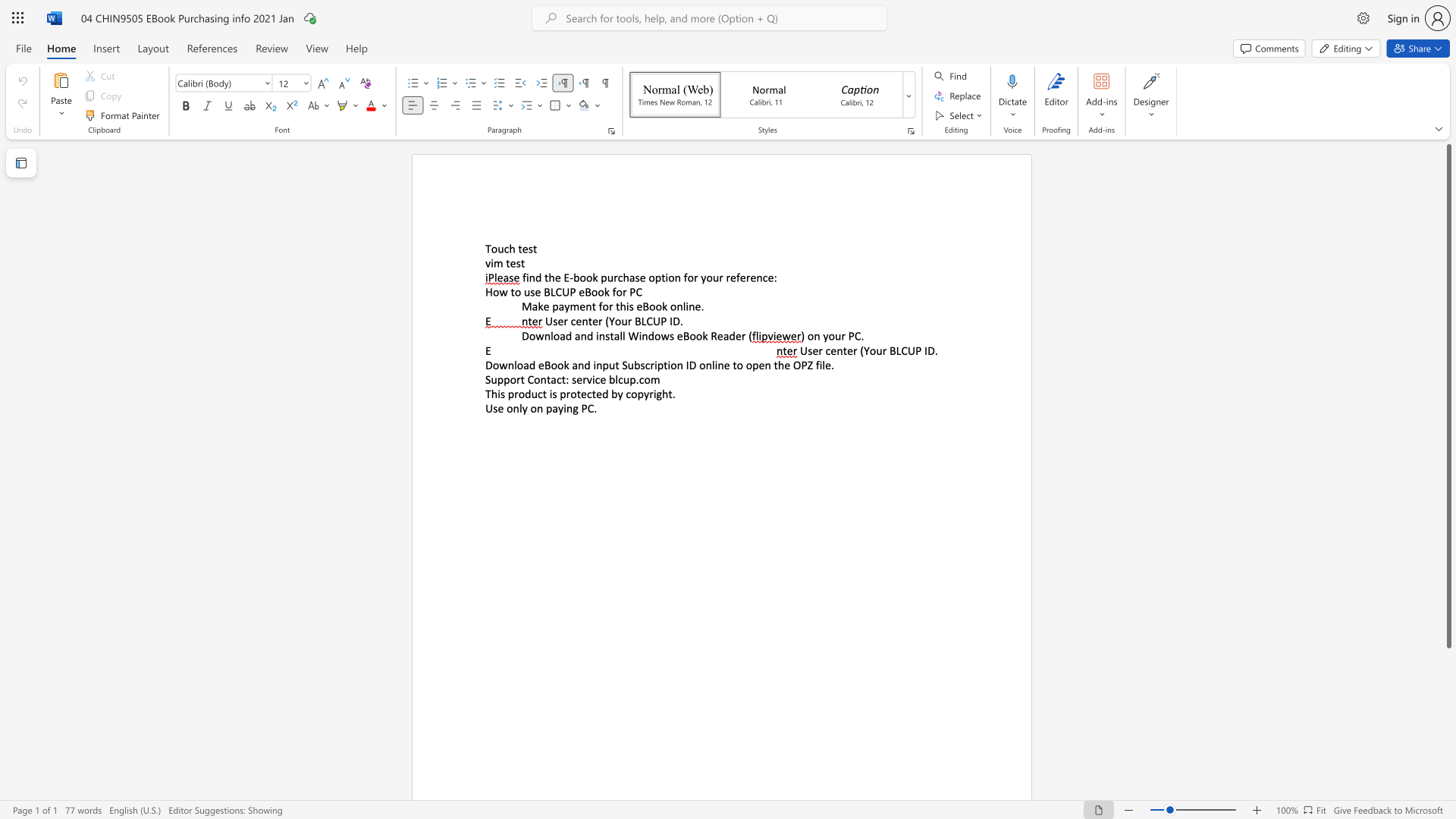  Describe the element at coordinates (565, 320) in the screenshot. I see `the 1th character "r" in the text` at that location.